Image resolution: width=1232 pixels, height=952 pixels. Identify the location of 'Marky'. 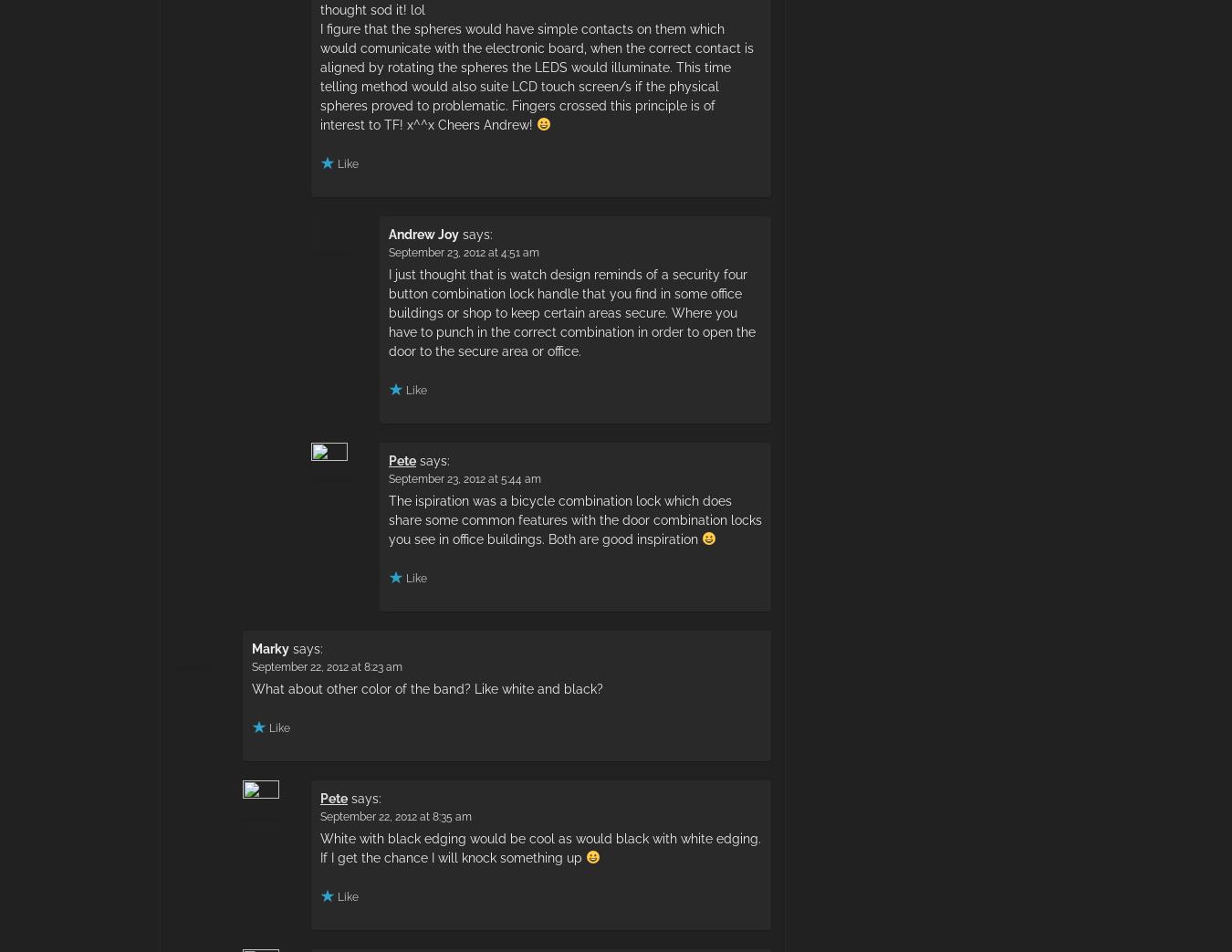
(250, 647).